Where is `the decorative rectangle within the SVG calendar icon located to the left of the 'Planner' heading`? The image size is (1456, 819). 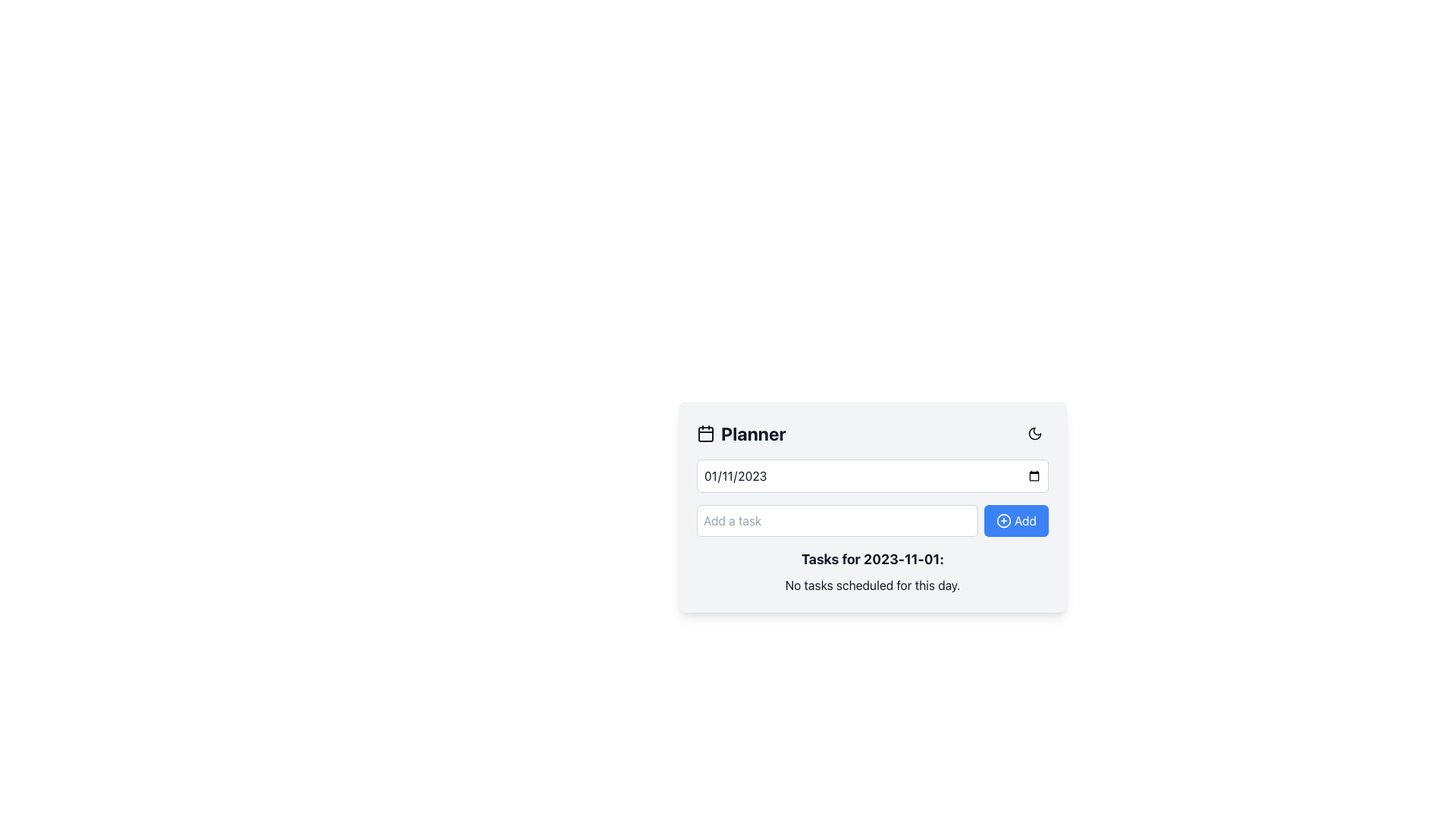 the decorative rectangle within the SVG calendar icon located to the left of the 'Planner' heading is located at coordinates (705, 435).